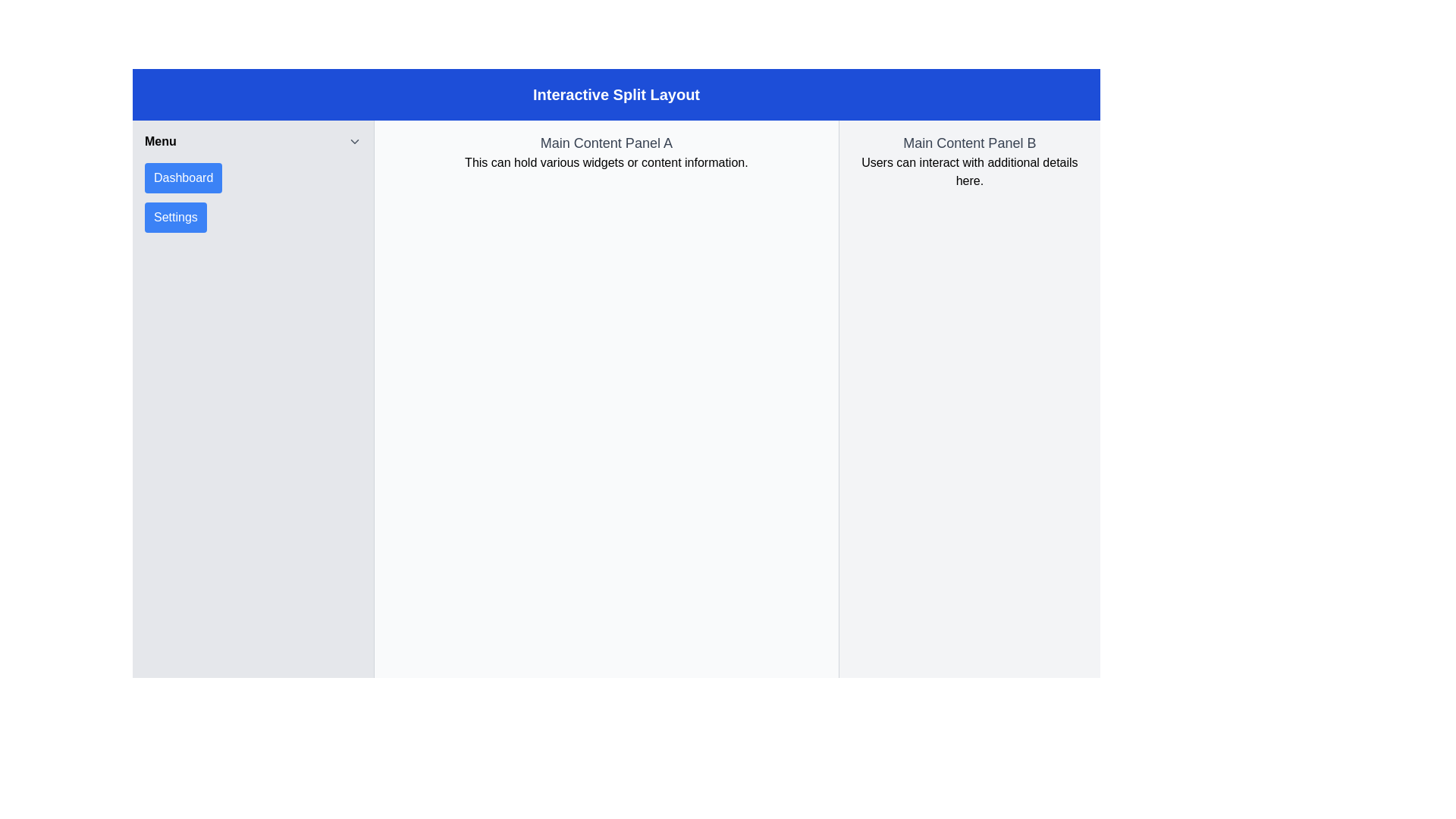 The height and width of the screenshot is (819, 1456). What do you see at coordinates (183, 177) in the screenshot?
I see `the 'Dashboard' button, which is the first button in the vertical list of the side navigation menu on the left side, to trigger visual changes` at bounding box center [183, 177].